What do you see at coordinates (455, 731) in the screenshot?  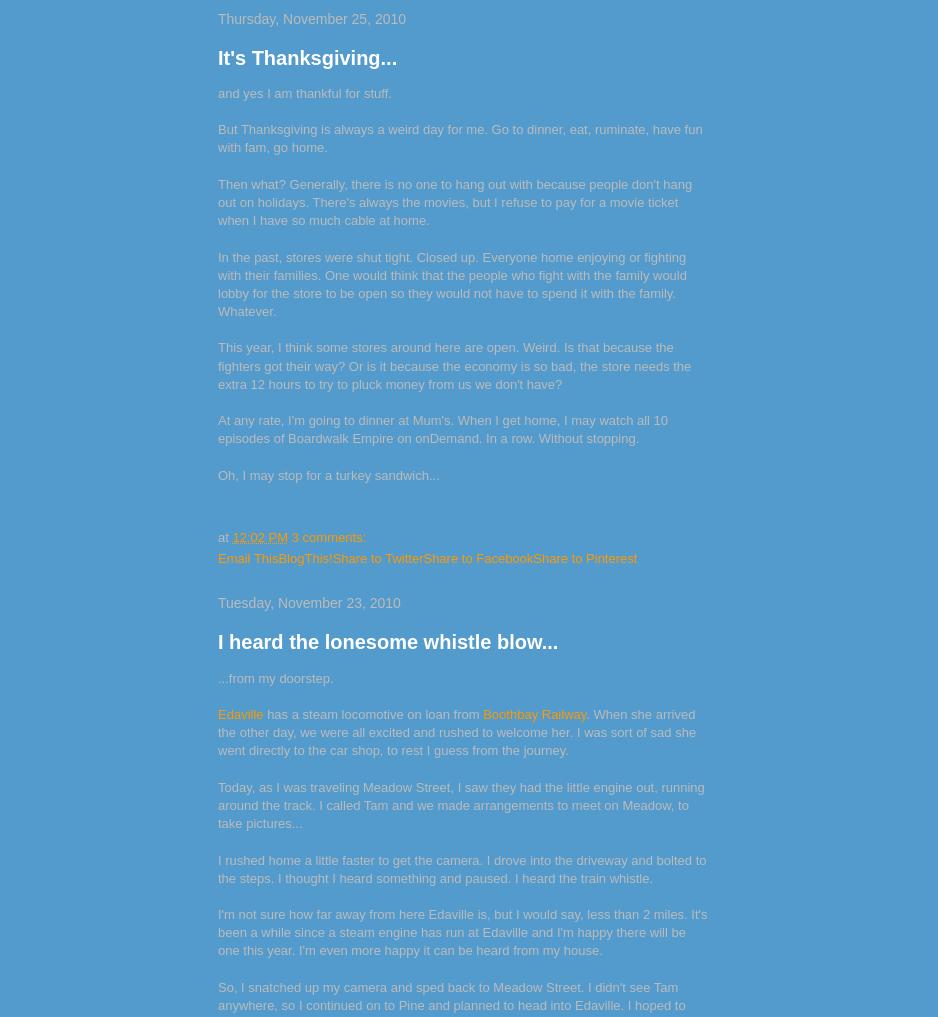 I see `'. When she arrived the other day, we were all excited and rushed to welcome her. I was sort of sad she went directly to the car shop, to rest I guess from the journey.'` at bounding box center [455, 731].